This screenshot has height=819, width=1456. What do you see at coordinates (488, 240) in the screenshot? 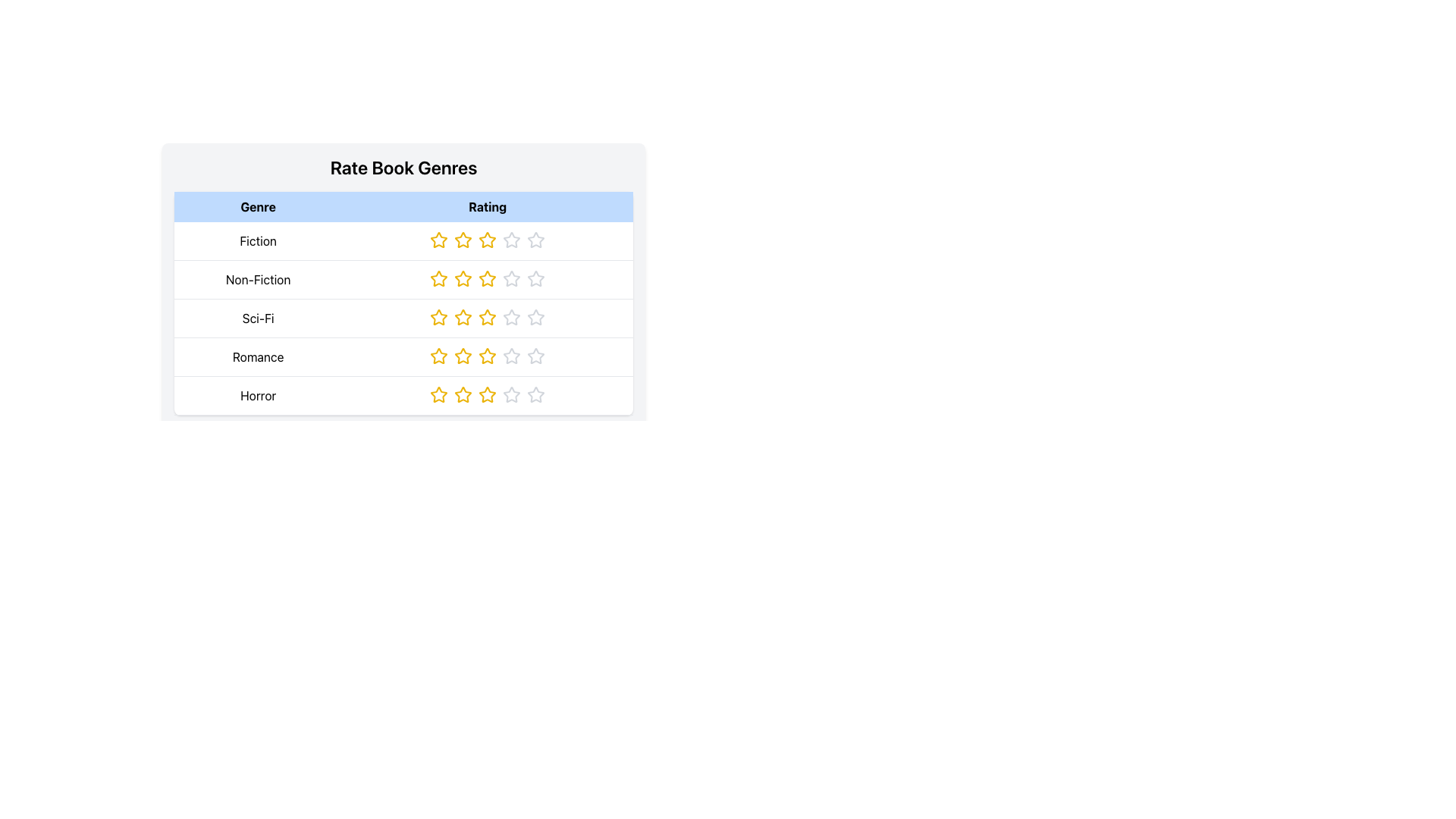
I see `the third star in the star rating component for the 'Fiction' genre` at bounding box center [488, 240].